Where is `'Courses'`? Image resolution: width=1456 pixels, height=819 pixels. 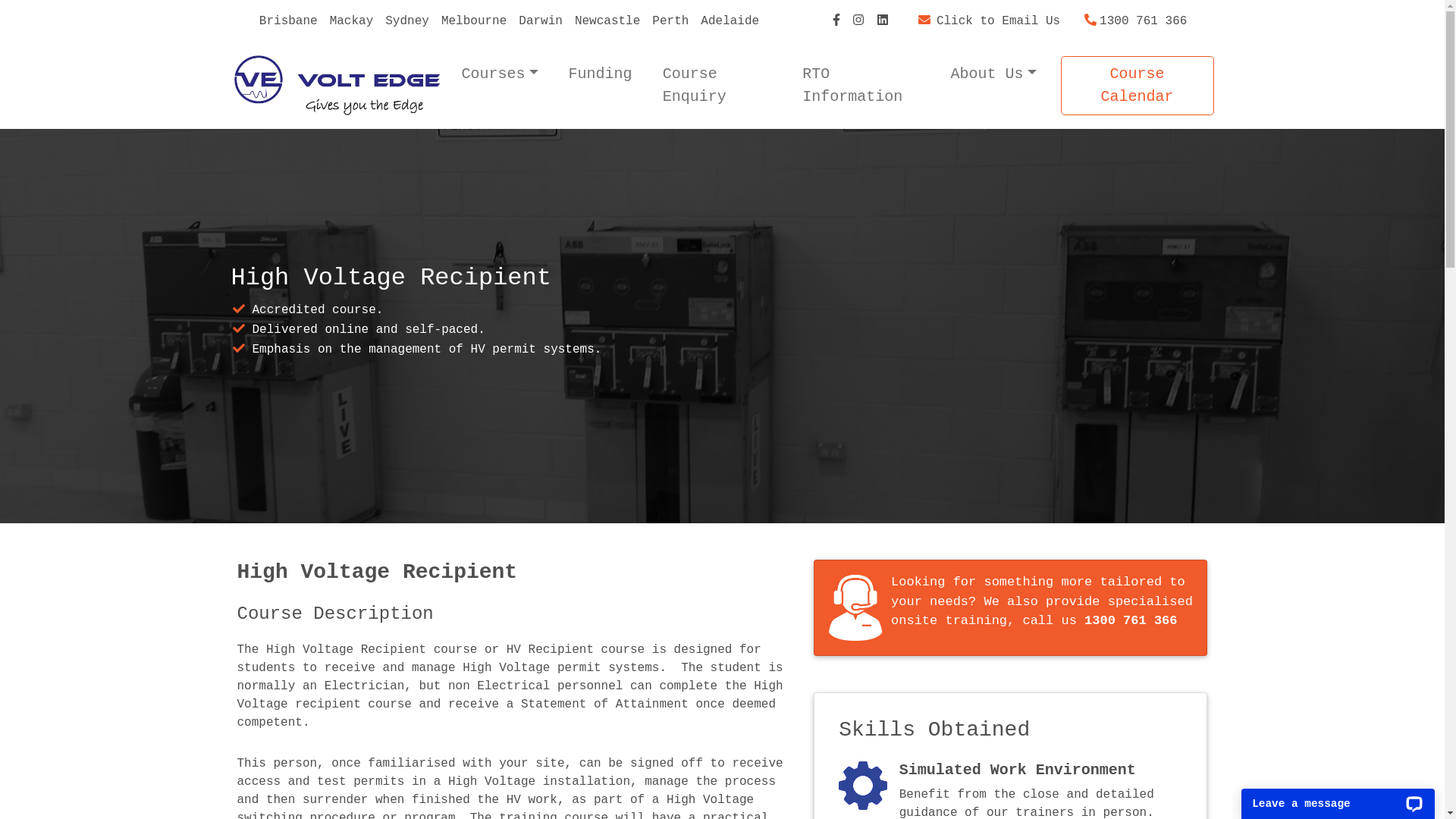
'Courses' is located at coordinates (499, 74).